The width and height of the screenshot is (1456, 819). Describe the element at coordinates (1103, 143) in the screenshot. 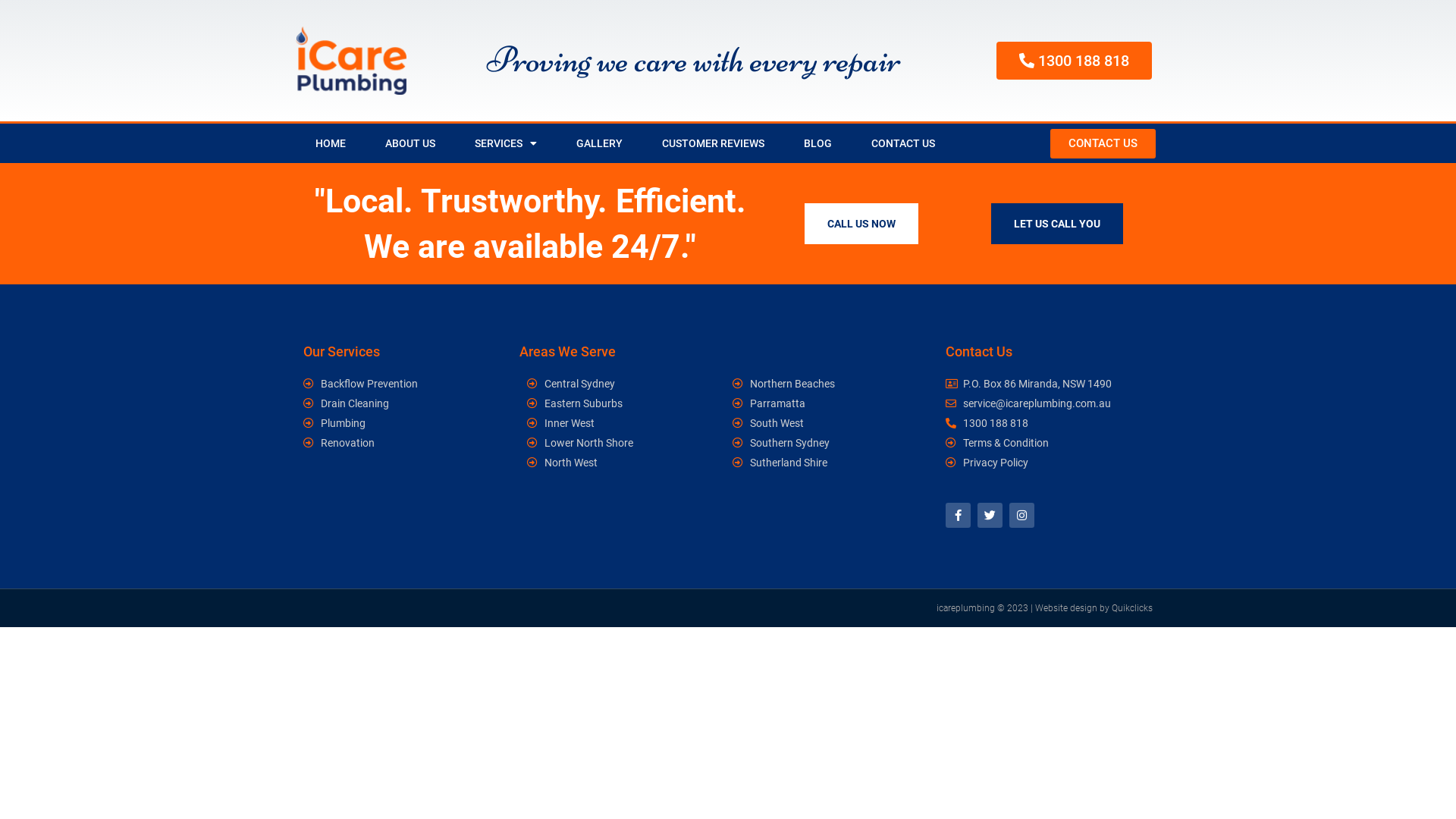

I see `'CONTACT US'` at that location.